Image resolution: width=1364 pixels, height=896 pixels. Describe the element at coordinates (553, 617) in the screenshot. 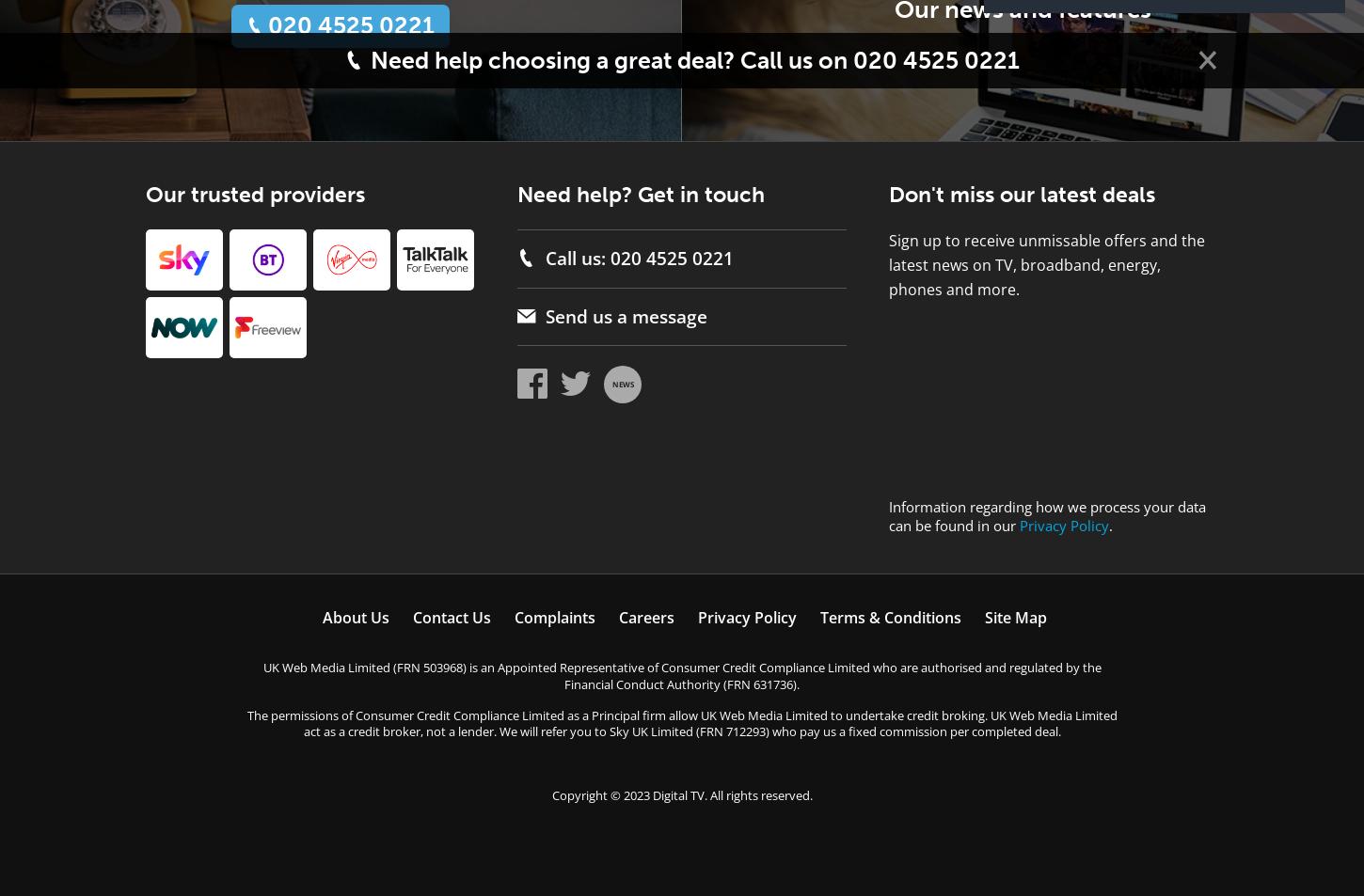

I see `'Complaints'` at that location.